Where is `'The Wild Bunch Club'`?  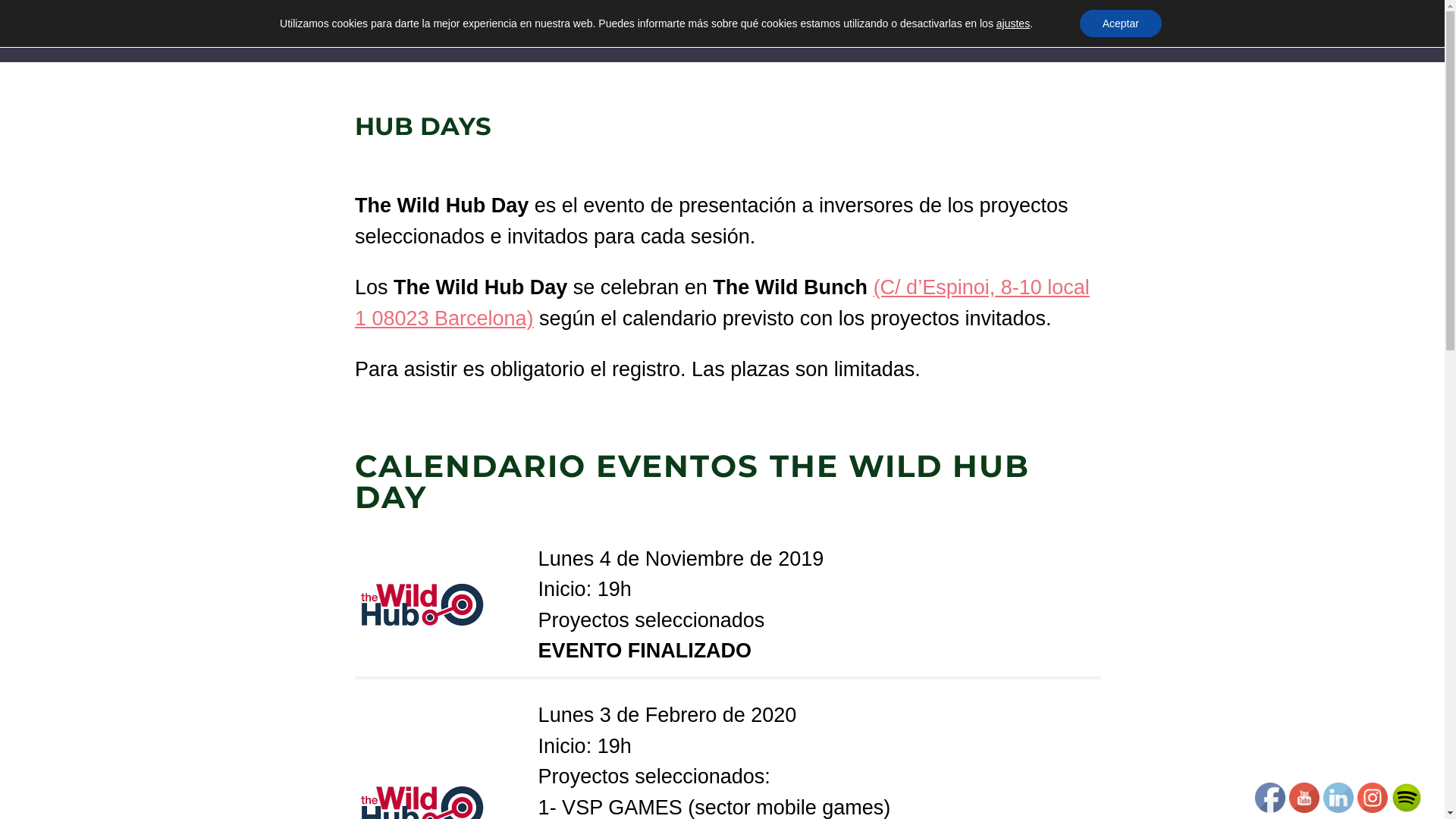
'The Wild Bunch Club' is located at coordinates (1121, 31).